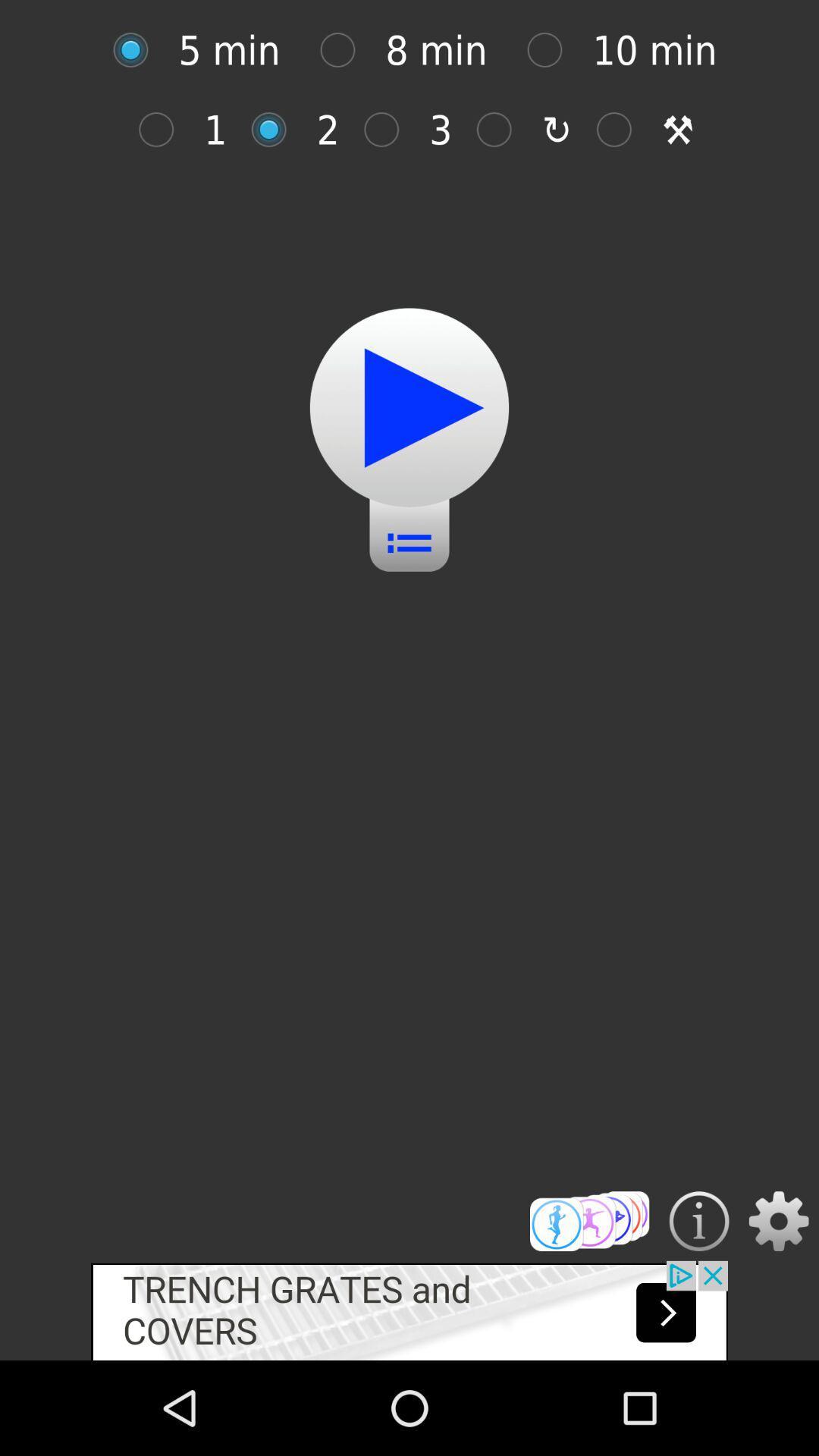  What do you see at coordinates (277, 130) in the screenshot?
I see `icon` at bounding box center [277, 130].